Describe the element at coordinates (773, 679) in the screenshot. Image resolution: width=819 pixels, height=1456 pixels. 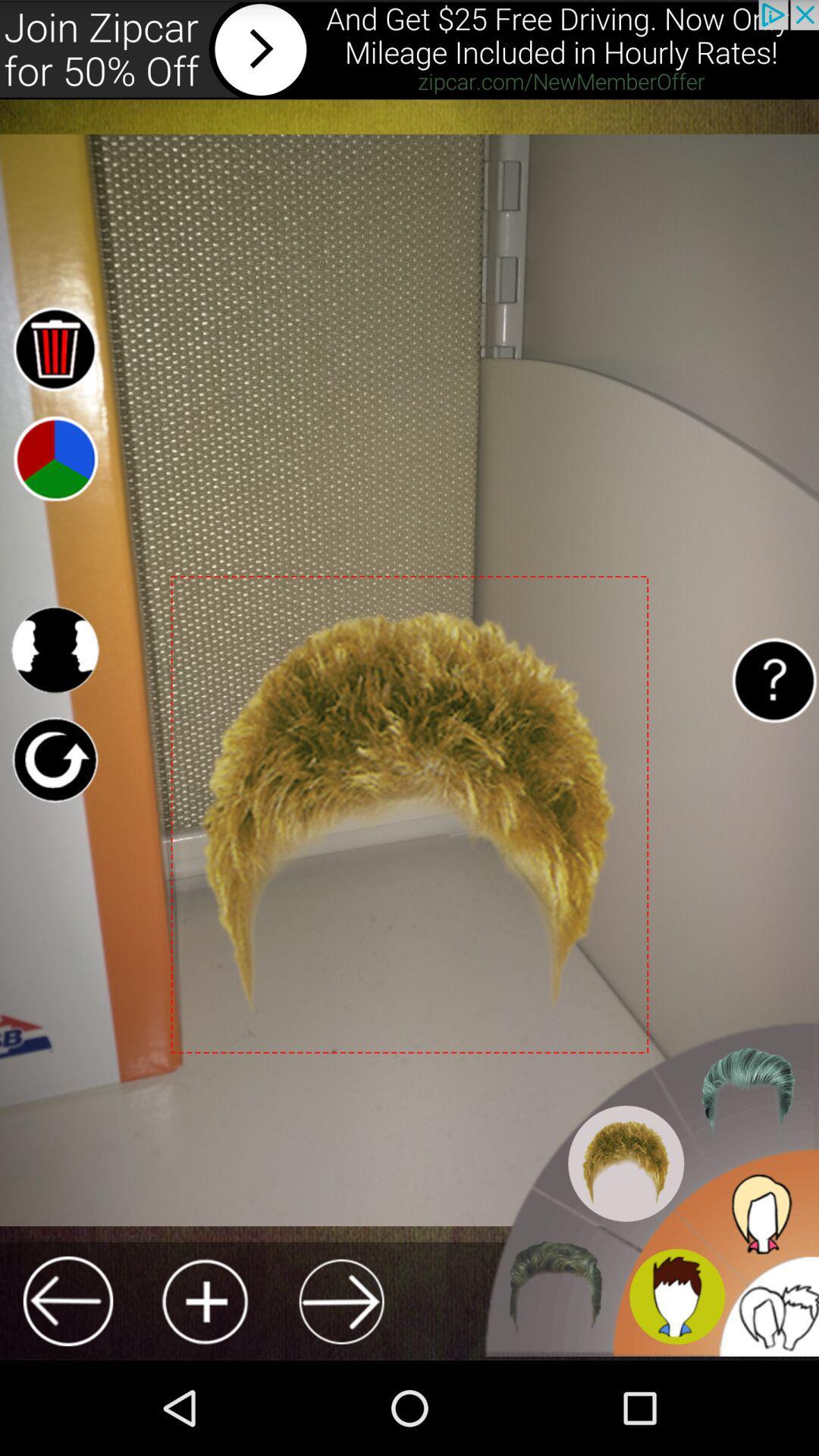
I see `question symbol` at that location.